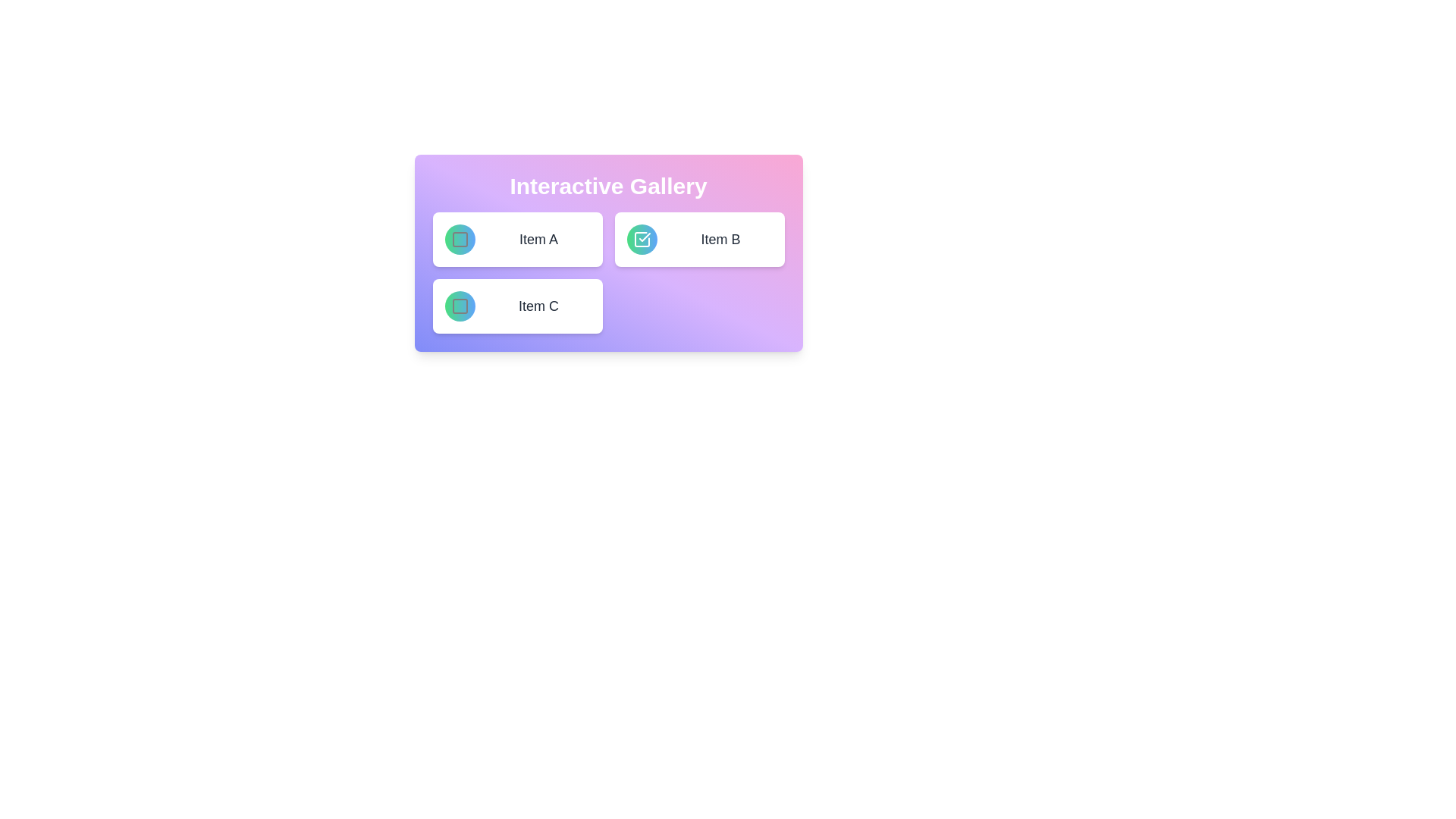  What do you see at coordinates (642, 239) in the screenshot?
I see `the confirmation SVG-based icon located within the circular button in the top-right corner of the card labeled 'Item B'` at bounding box center [642, 239].